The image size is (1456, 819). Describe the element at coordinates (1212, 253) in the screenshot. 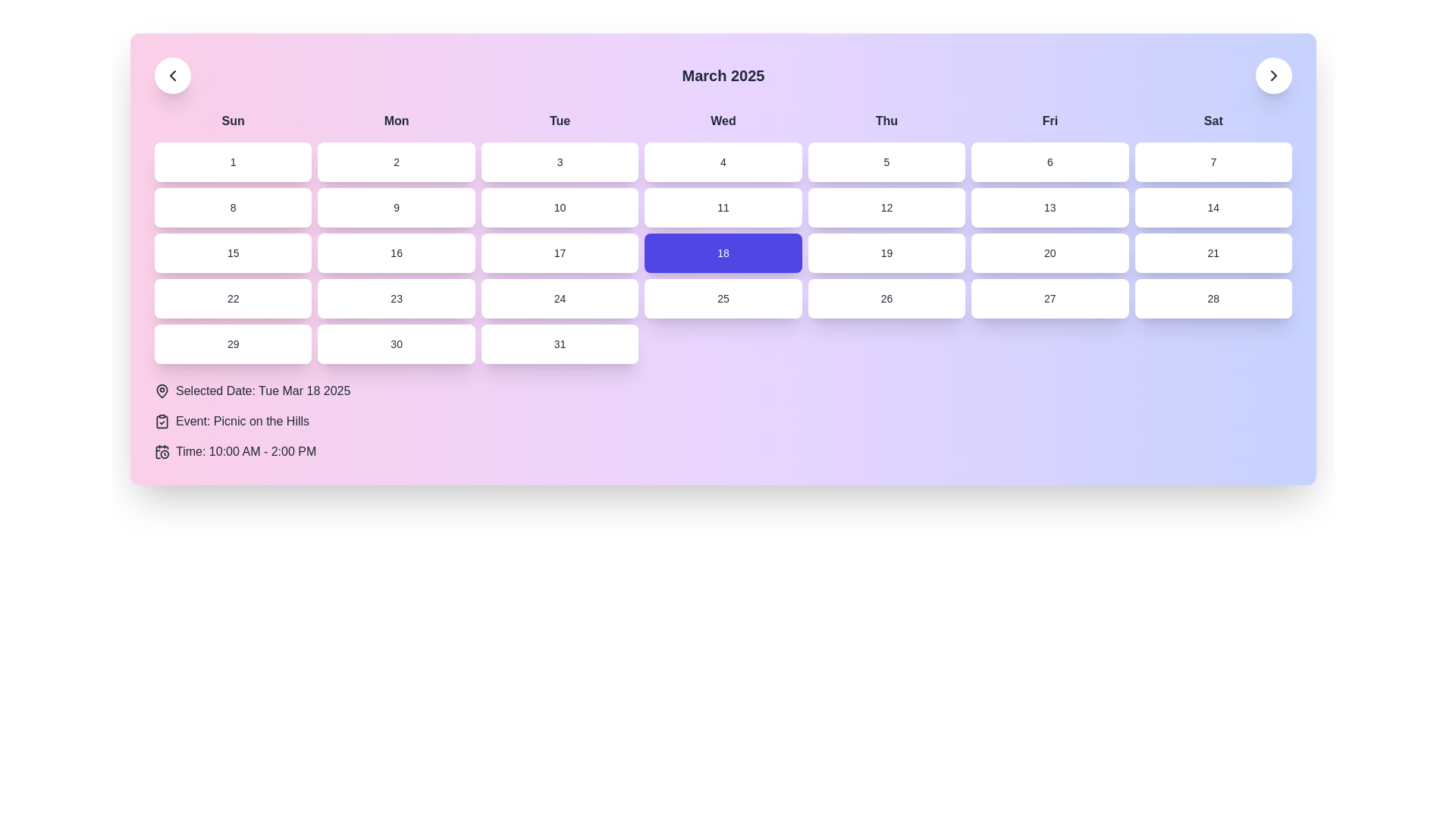

I see `the button representing the 21st day of the month` at that location.